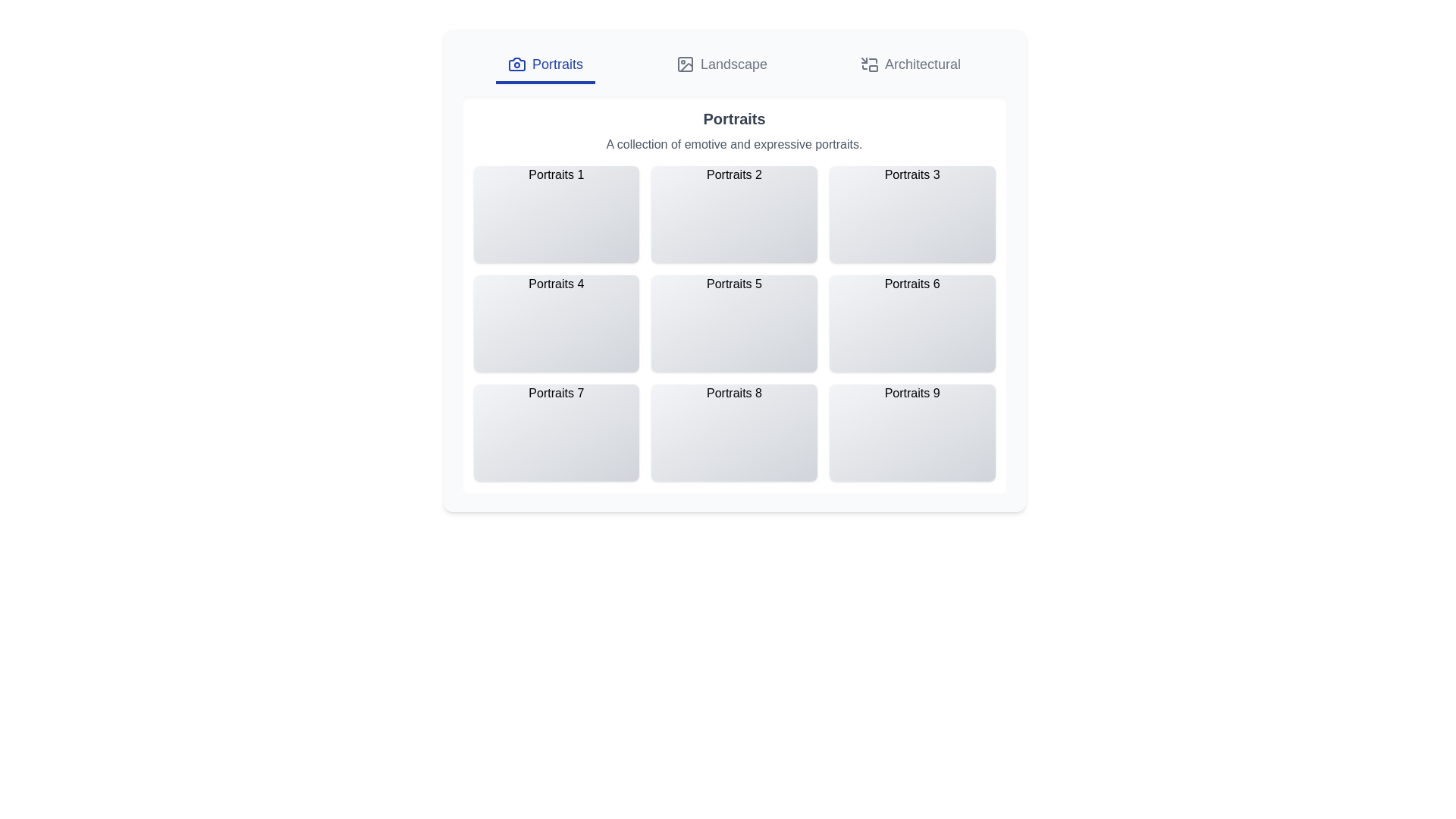  Describe the element at coordinates (910, 65) in the screenshot. I see `the tab labeled Architectural to change the active tab` at that location.